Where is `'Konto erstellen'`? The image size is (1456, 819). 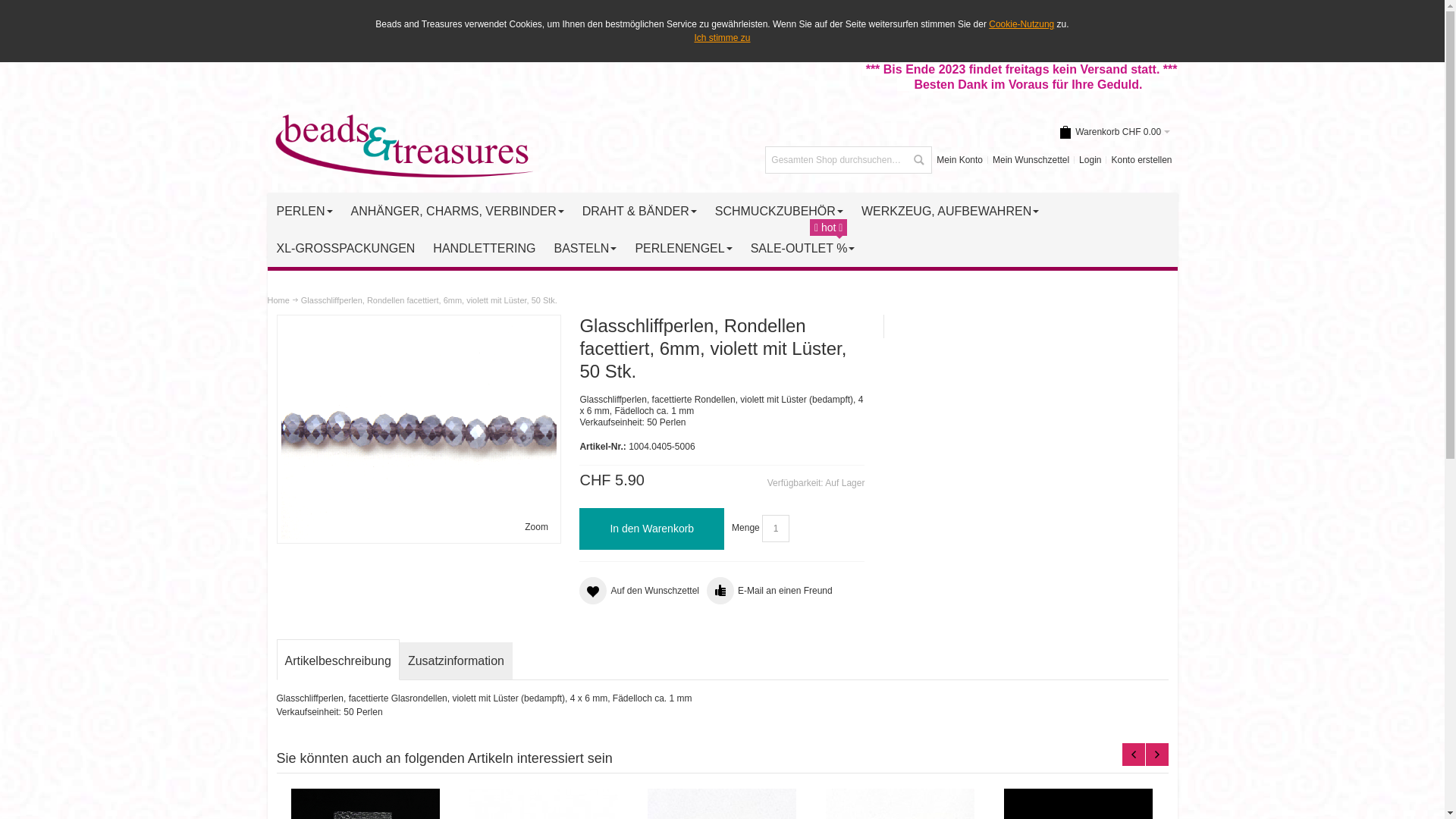
'Konto erstellen' is located at coordinates (1106, 160).